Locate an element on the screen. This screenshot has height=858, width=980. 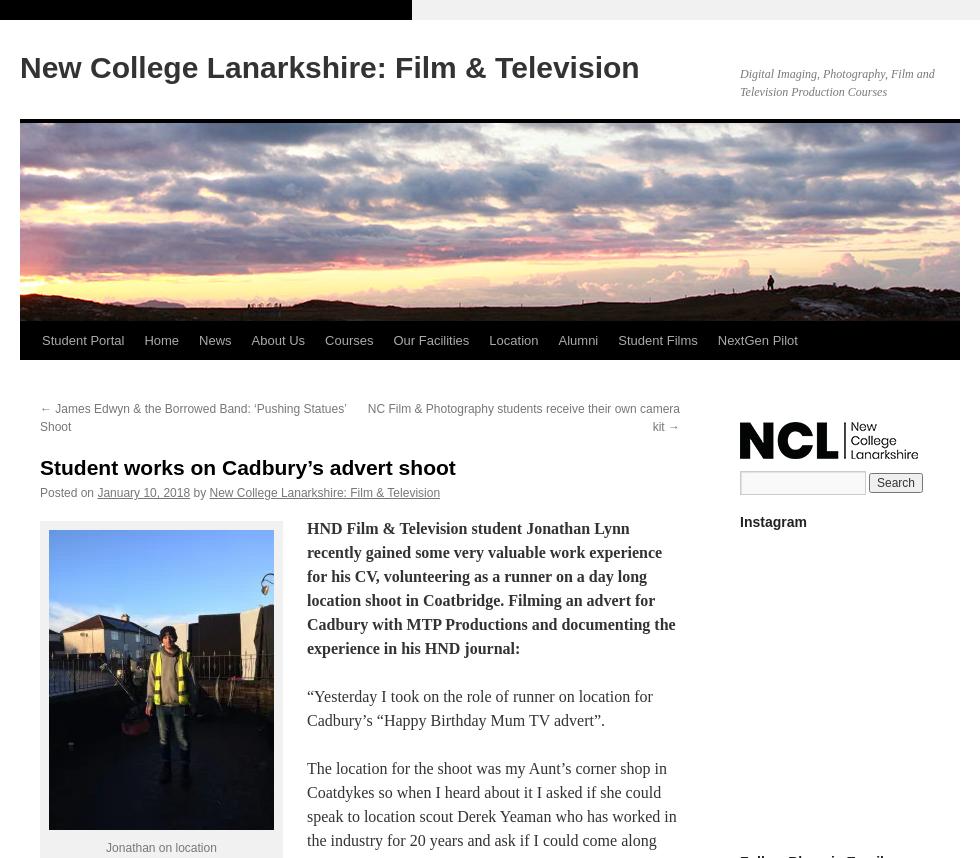
'James Edwyn & the Borrowed Band: ‘Pushing Statues’ Shoot' is located at coordinates (192, 417).